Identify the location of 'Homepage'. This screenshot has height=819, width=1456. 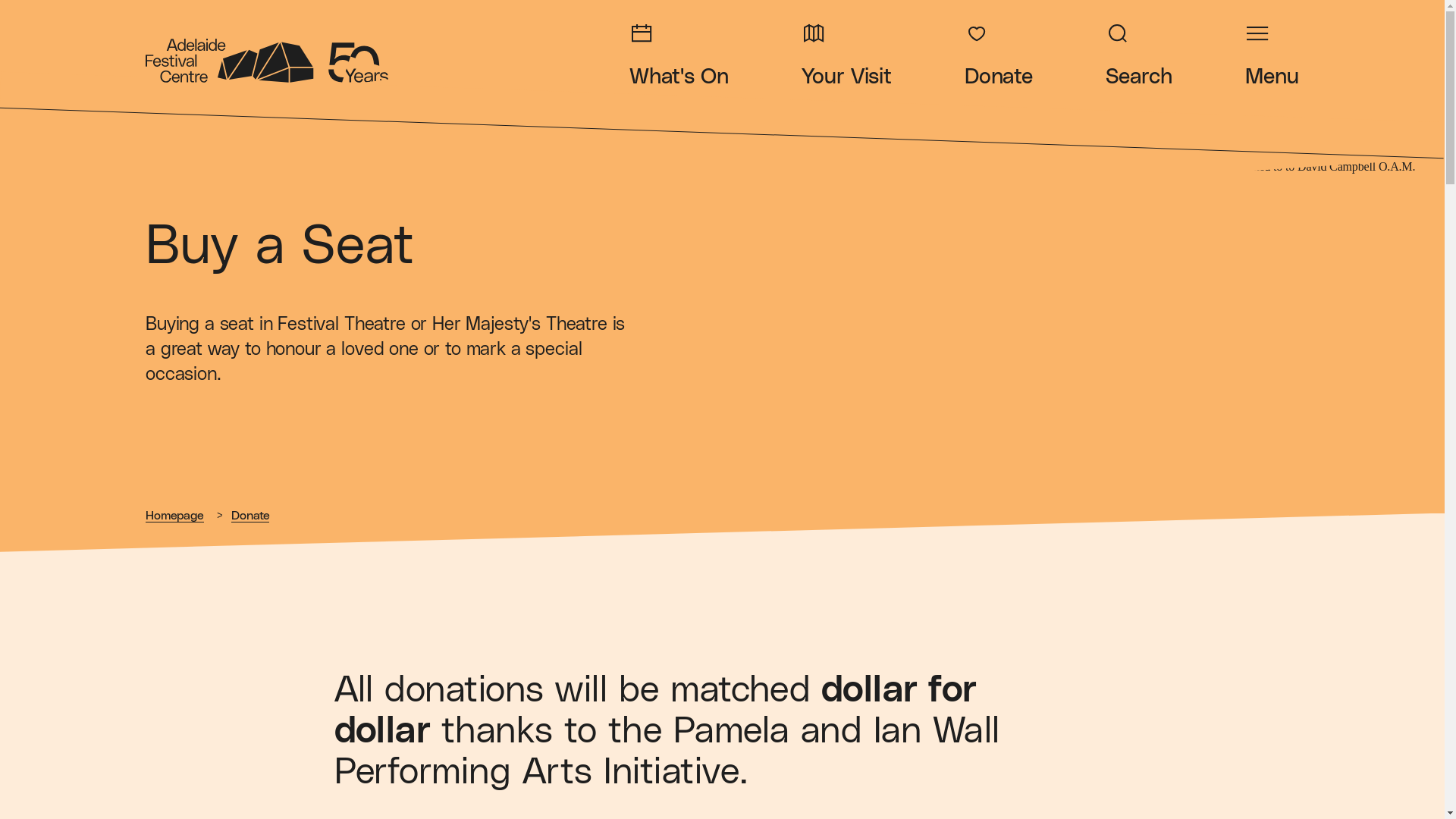
(174, 515).